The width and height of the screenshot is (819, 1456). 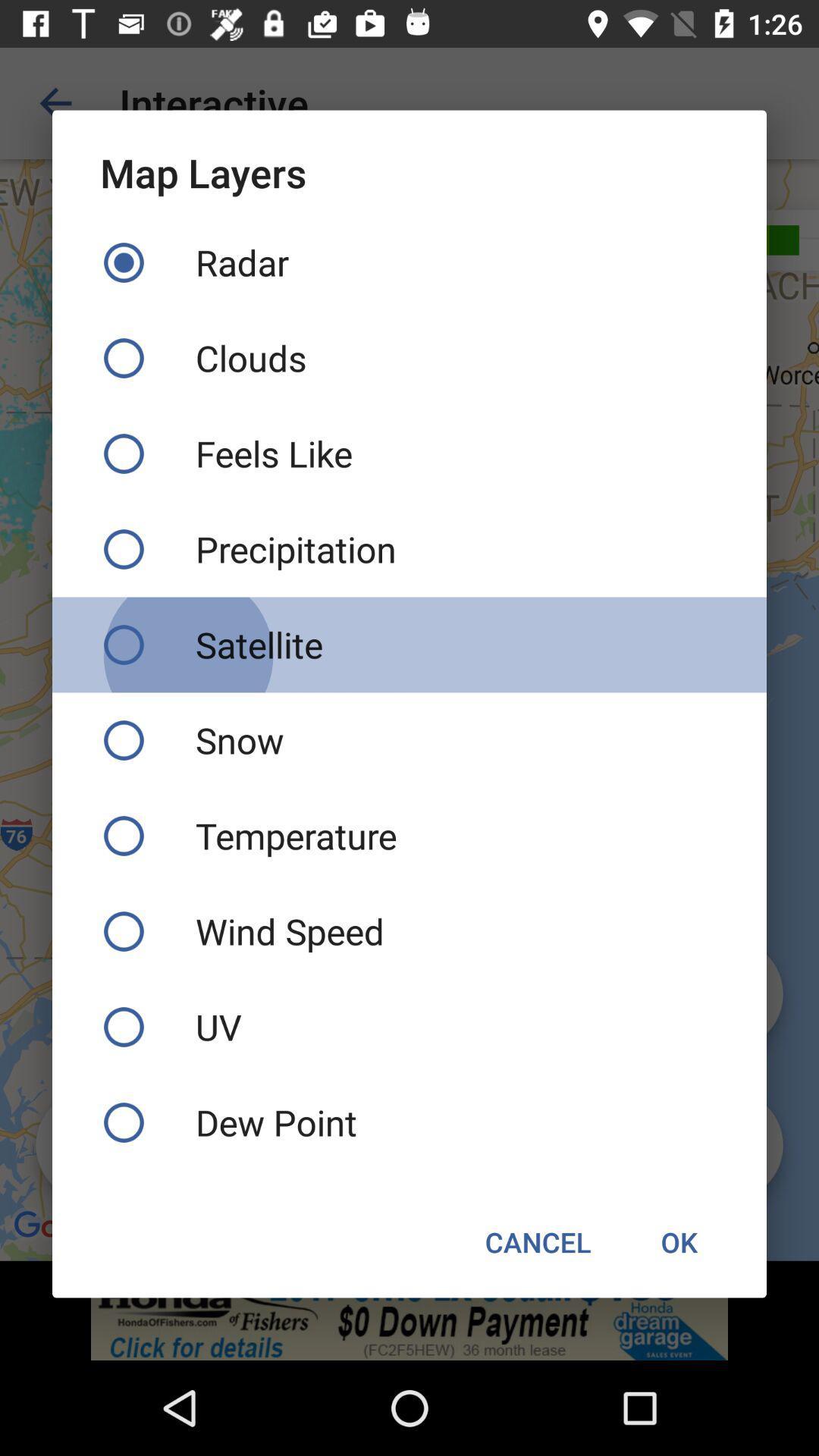 What do you see at coordinates (537, 1241) in the screenshot?
I see `item to the left of ok icon` at bounding box center [537, 1241].